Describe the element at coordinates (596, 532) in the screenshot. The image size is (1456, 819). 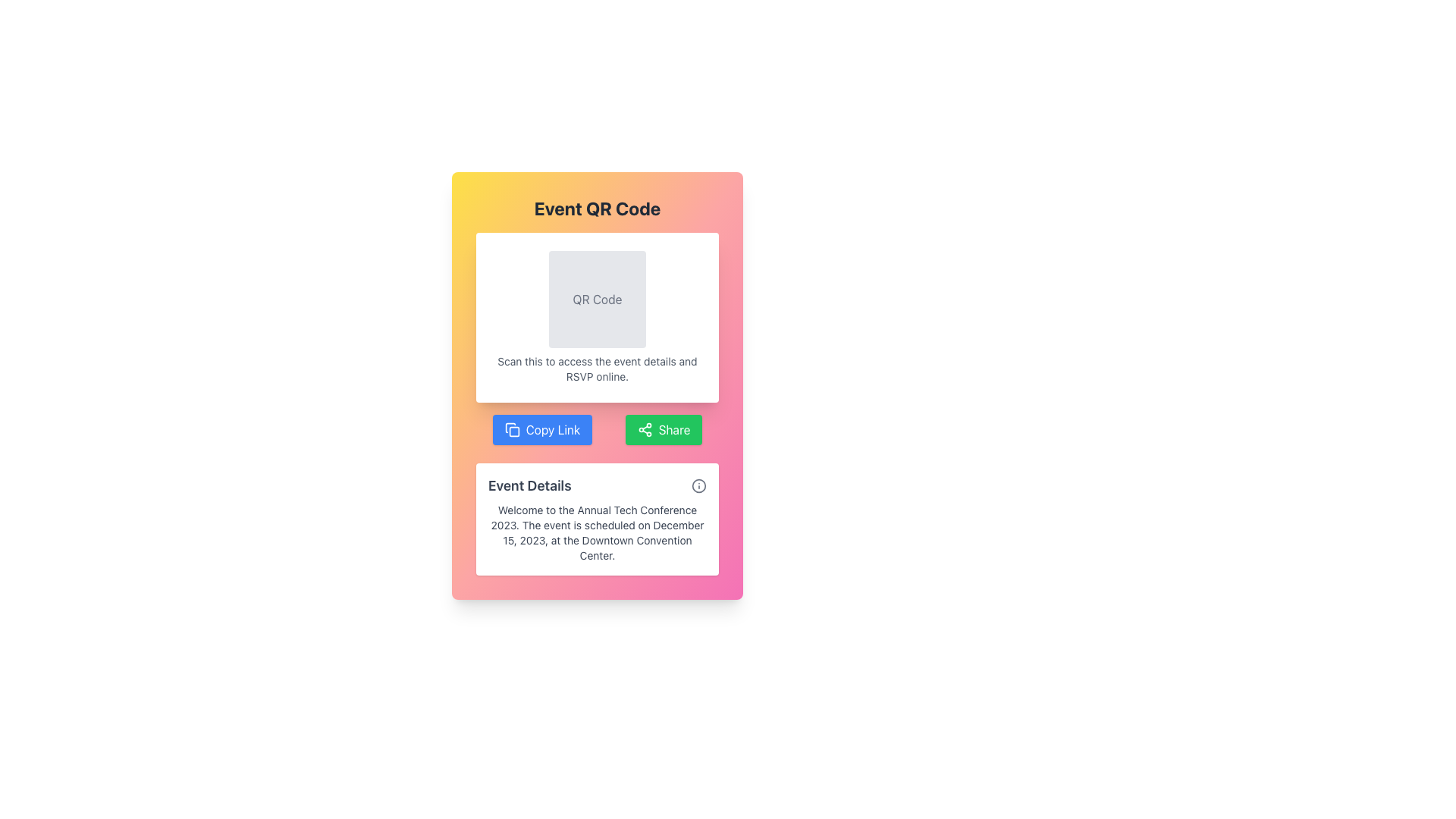
I see `the text block displaying 'Welcome to the Annual Tech Conference 2023' which is located within the 'Event Details' card, positioned underneath the event QR code and action buttons` at that location.